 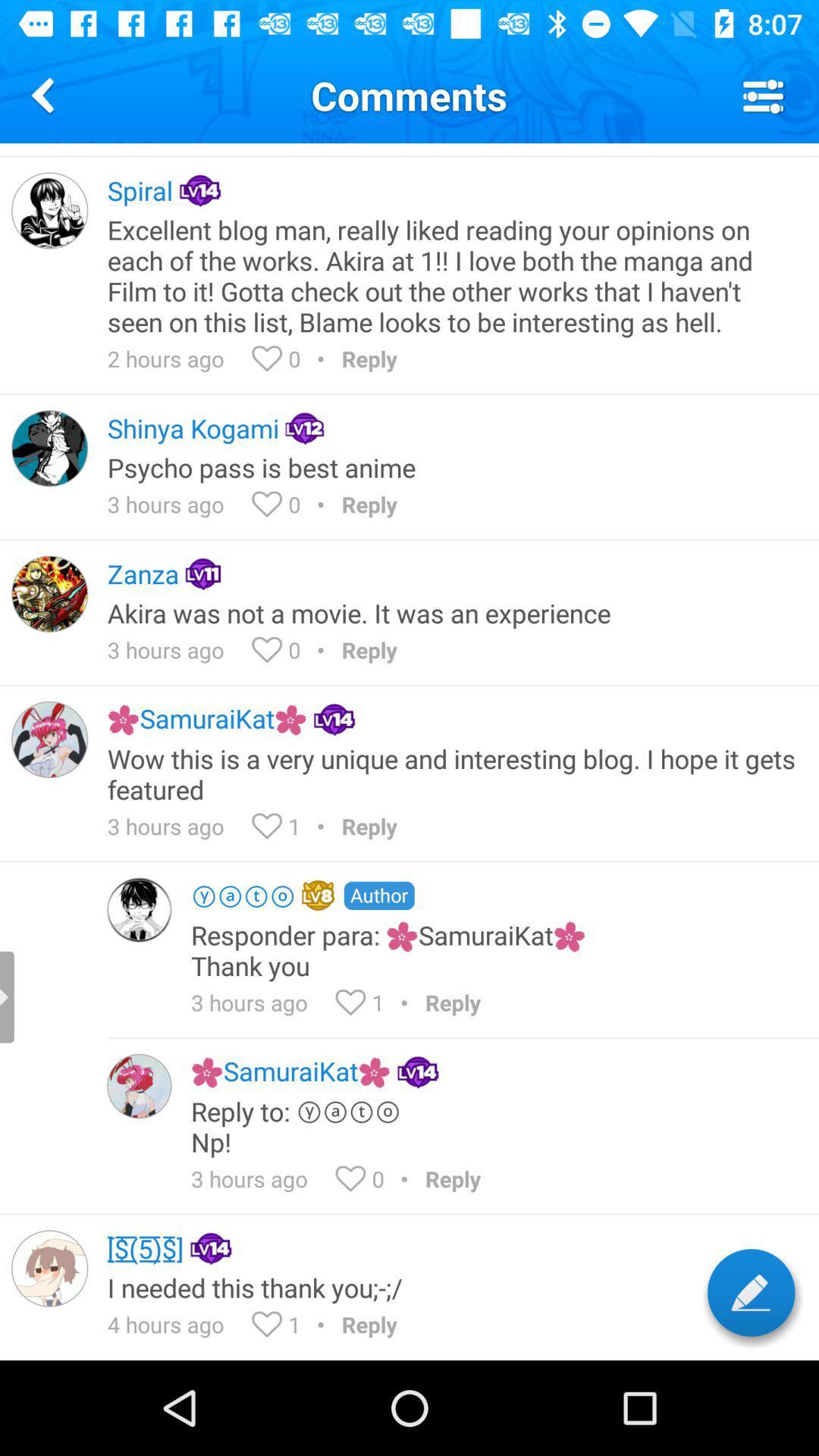 What do you see at coordinates (452, 773) in the screenshot?
I see `the wow this is item` at bounding box center [452, 773].